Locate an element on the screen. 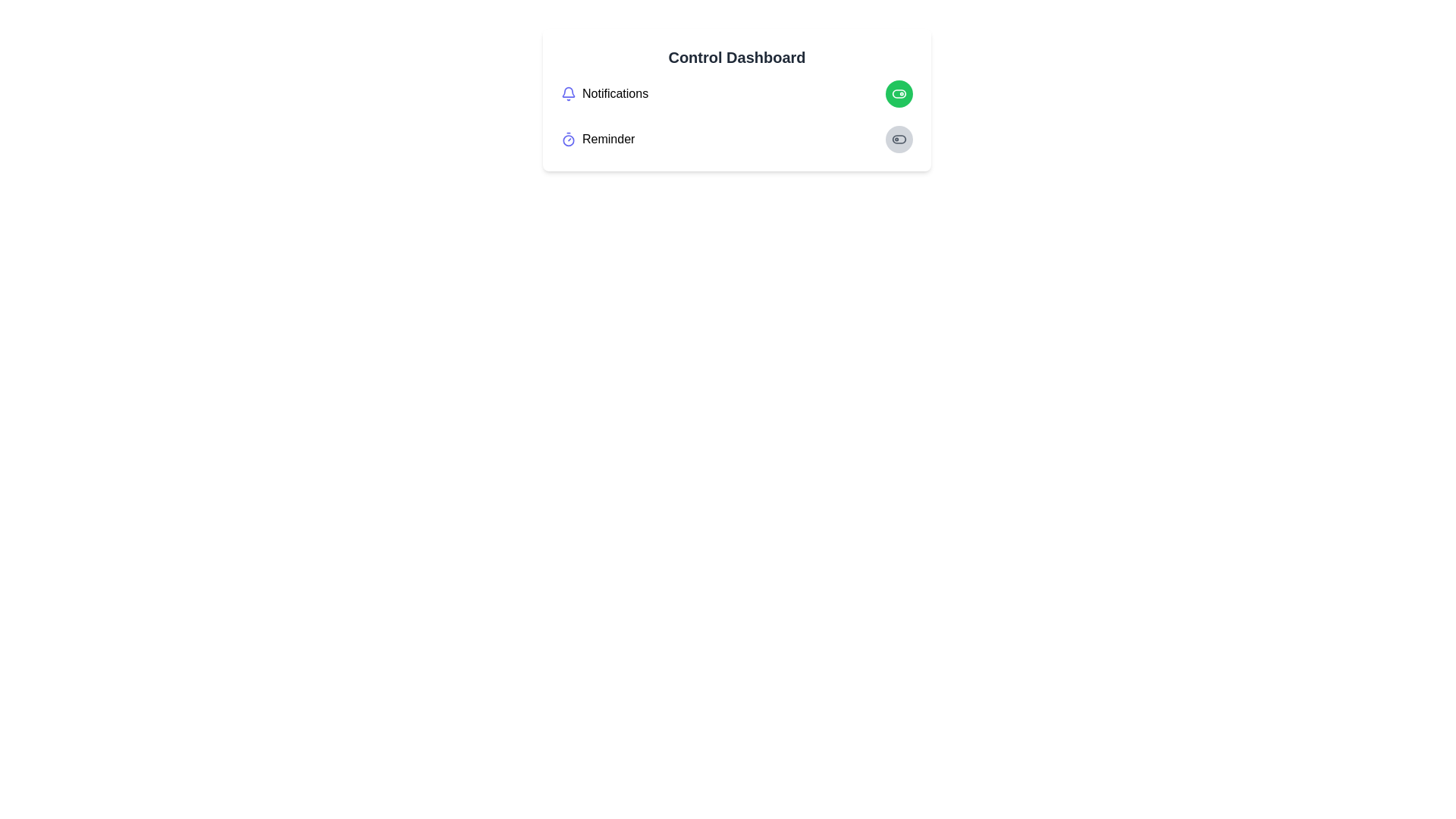 This screenshot has width=1456, height=819. the toggle switch for the 'Reminder' option located in the 'Control Dashboard' interface, which is the second toggle below 'Notifications' and right-aligned in the row labeled 'Reminder' is located at coordinates (899, 140).